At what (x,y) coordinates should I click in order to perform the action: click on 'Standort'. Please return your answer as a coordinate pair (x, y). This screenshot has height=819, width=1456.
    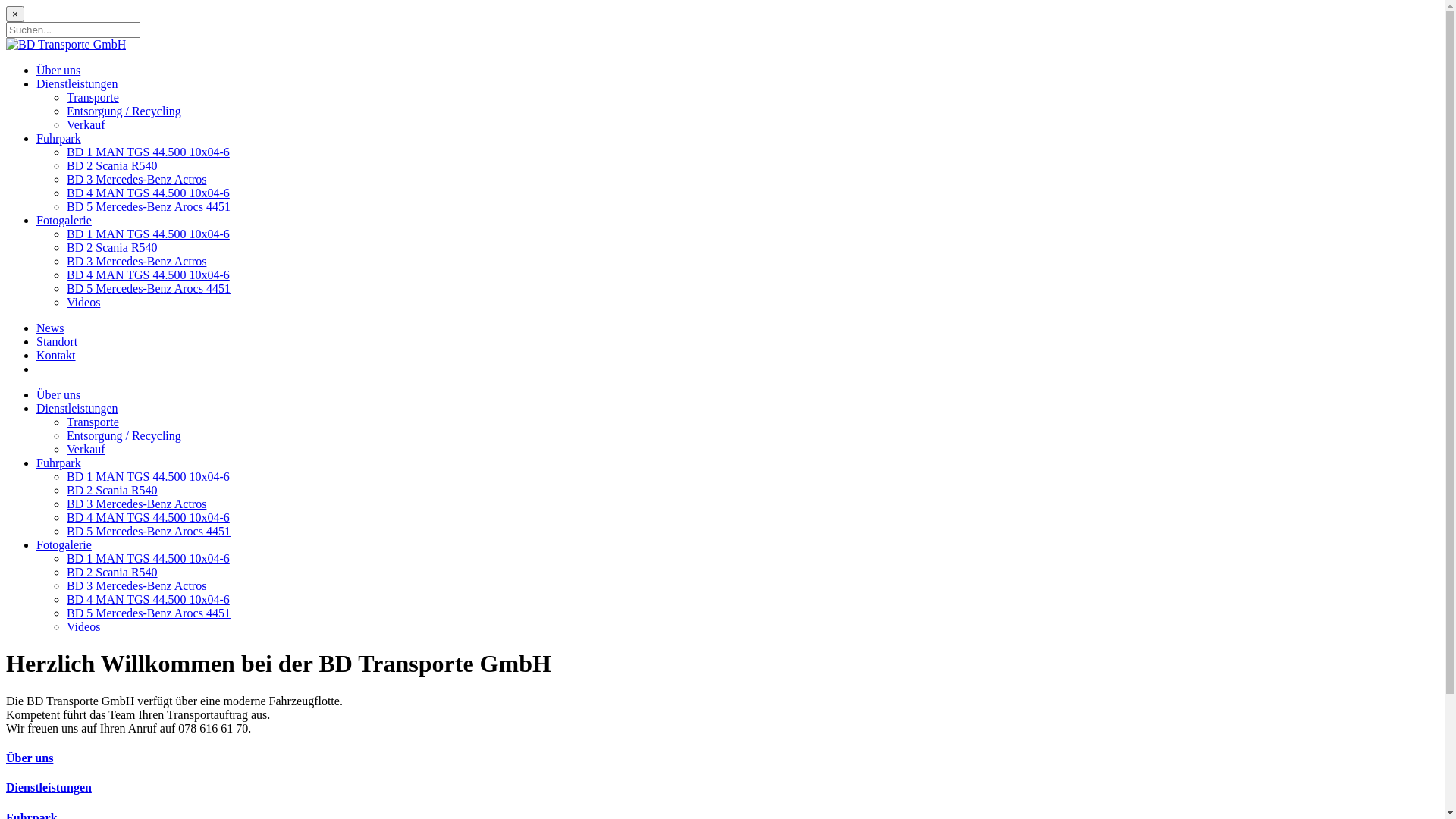
    Looking at the image, I should click on (57, 341).